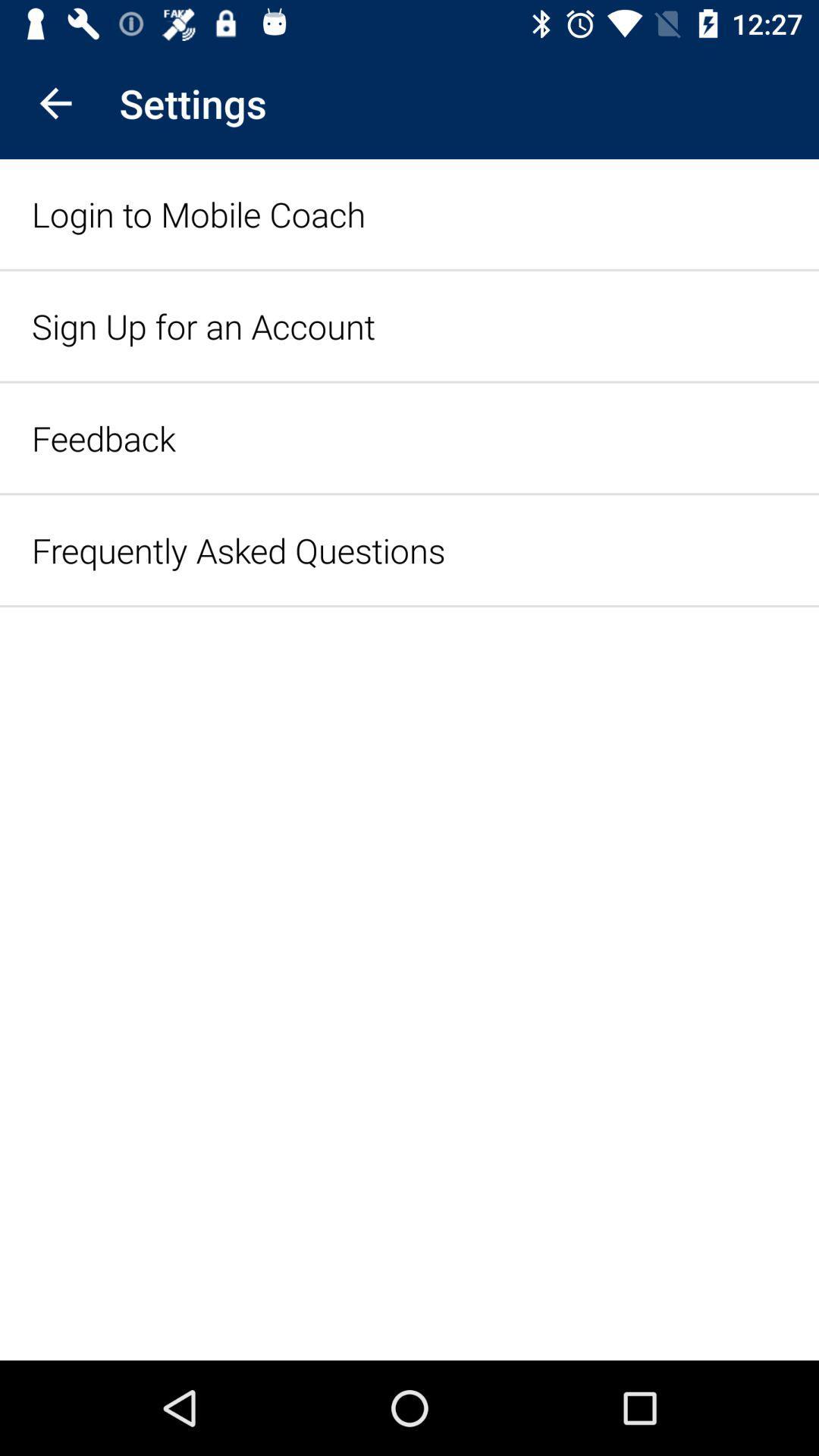  Describe the element at coordinates (102, 437) in the screenshot. I see `feedback icon` at that location.